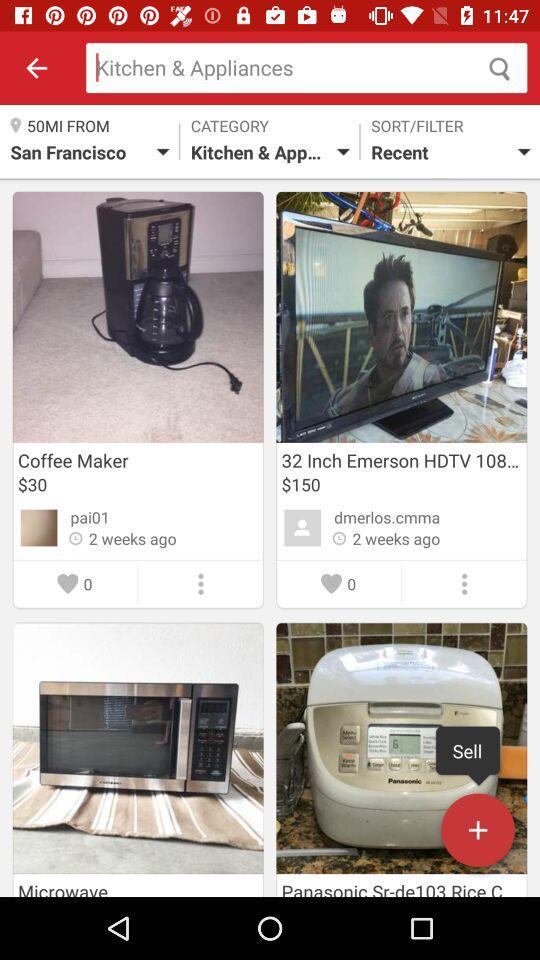 Image resolution: width=540 pixels, height=960 pixels. I want to click on three vertical dots below dmerloscmma, so click(464, 584).